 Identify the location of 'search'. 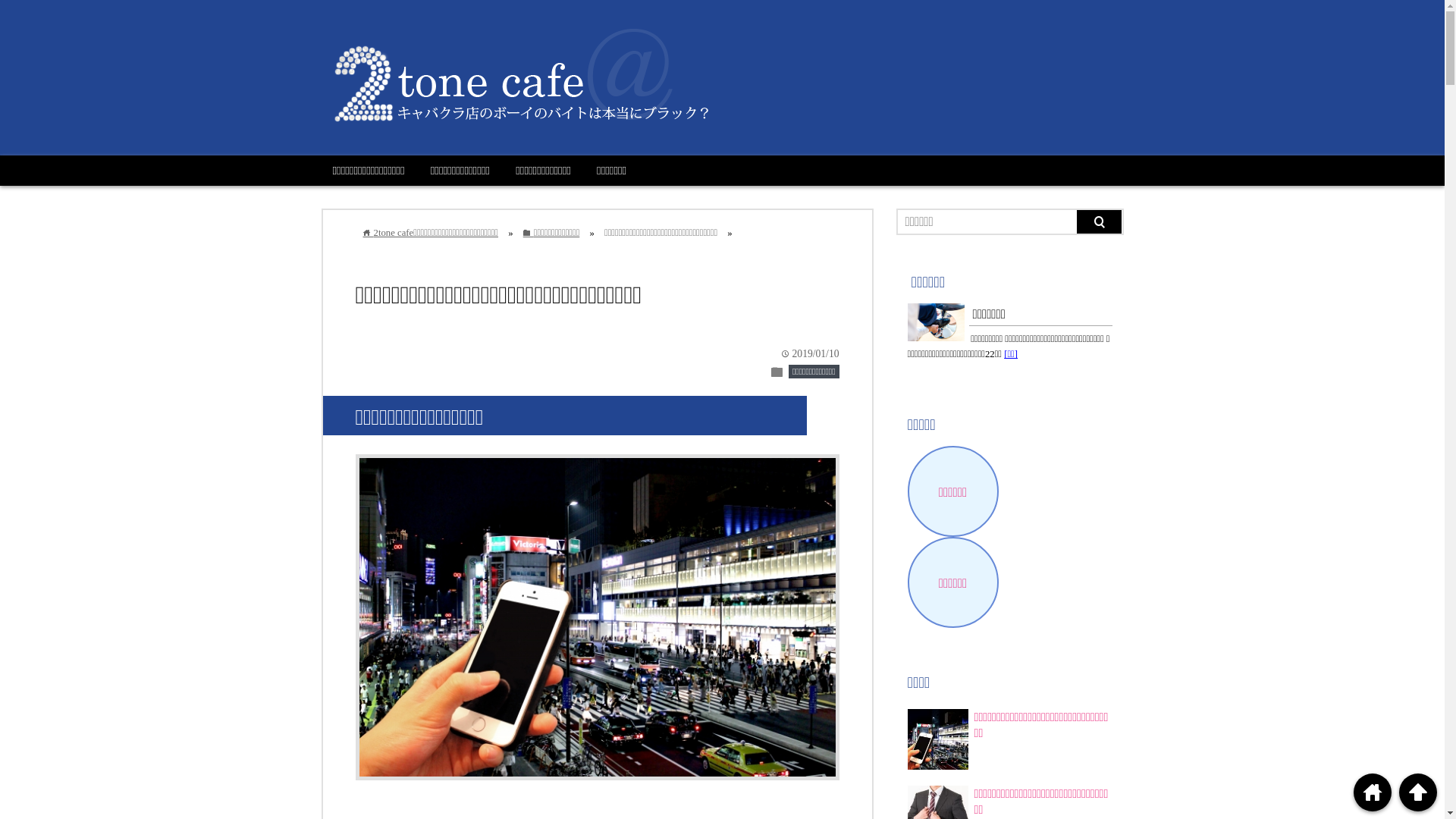
(1099, 221).